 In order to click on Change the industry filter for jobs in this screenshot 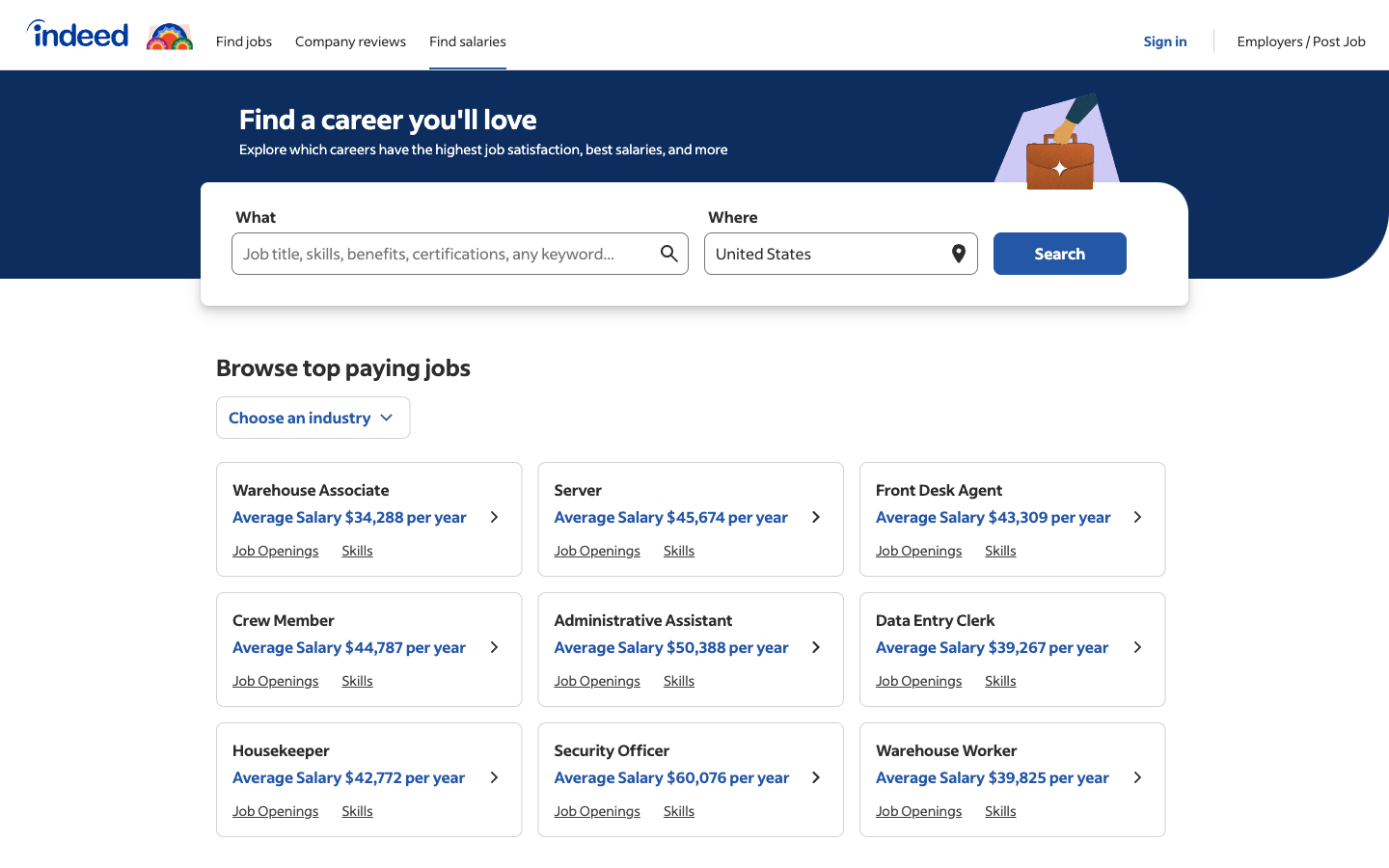, I will do `click(313, 417)`.